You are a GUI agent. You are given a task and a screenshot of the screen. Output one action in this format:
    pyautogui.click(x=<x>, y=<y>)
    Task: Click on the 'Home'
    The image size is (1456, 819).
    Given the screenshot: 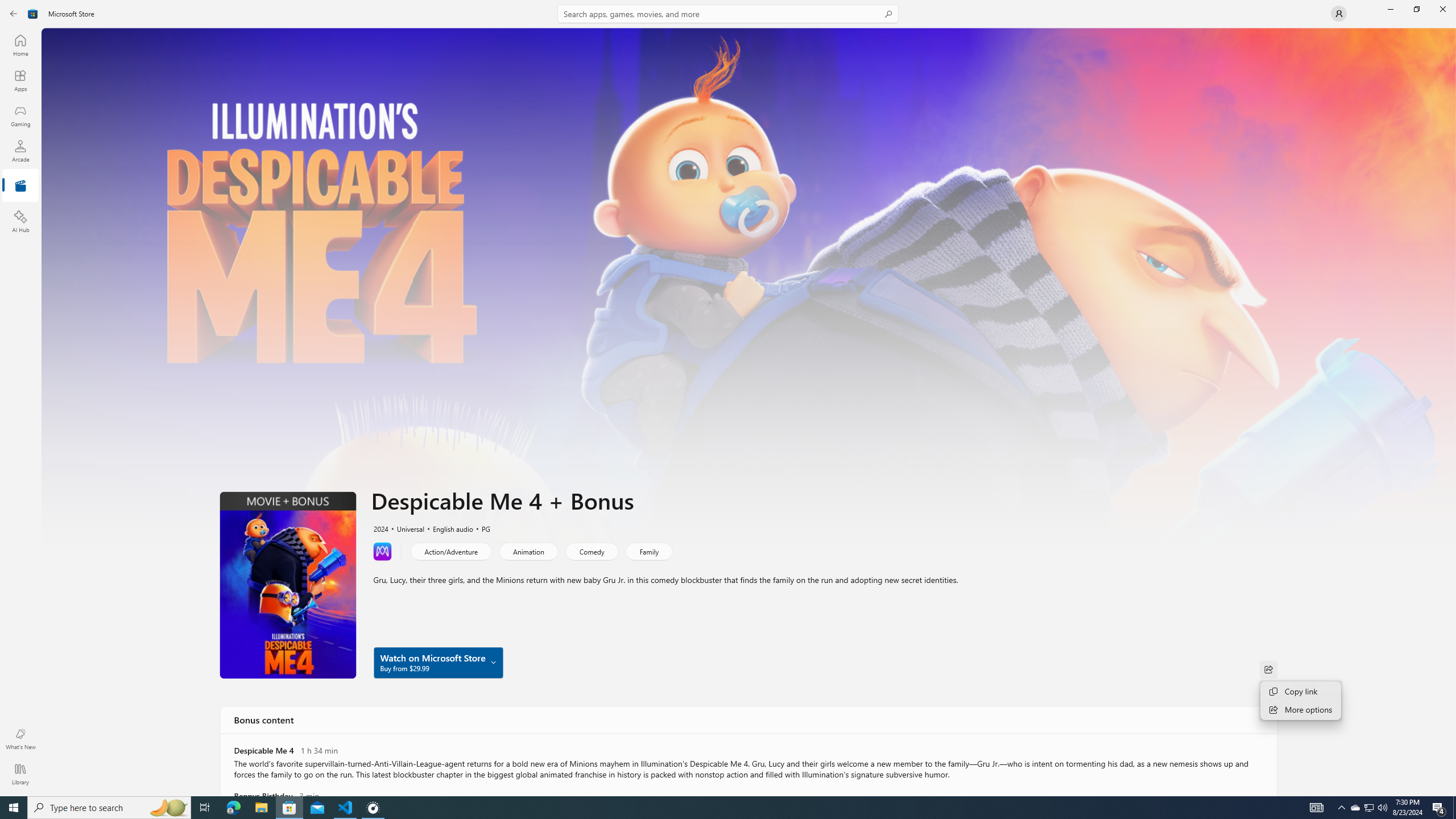 What is the action you would take?
    pyautogui.click(x=19, y=44)
    